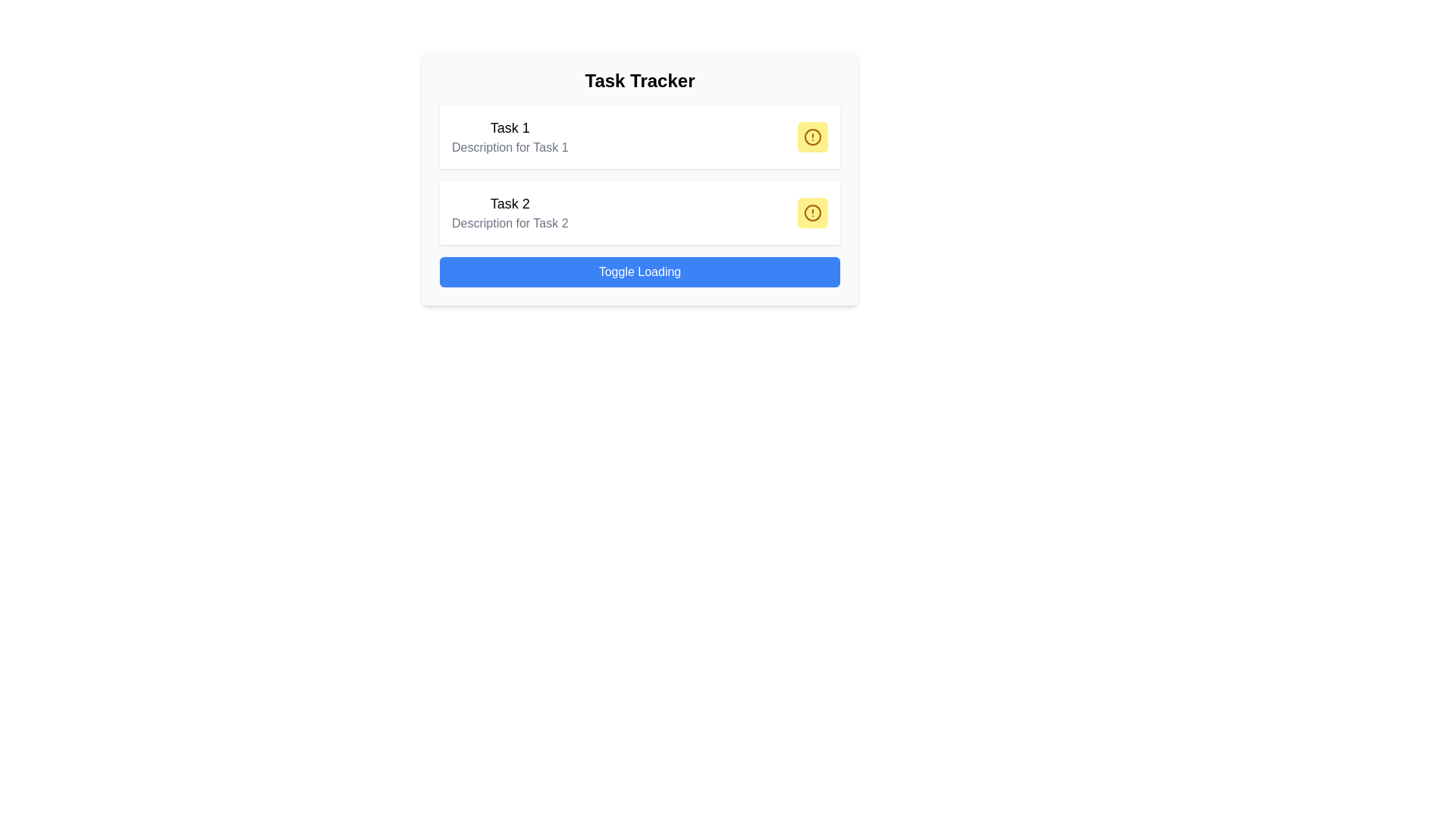  What do you see at coordinates (640, 213) in the screenshot?
I see `the task entry card that is the second in a vertical list of tasks, positioned below 'Task 1' and above the 'Toggle Loading' button` at bounding box center [640, 213].